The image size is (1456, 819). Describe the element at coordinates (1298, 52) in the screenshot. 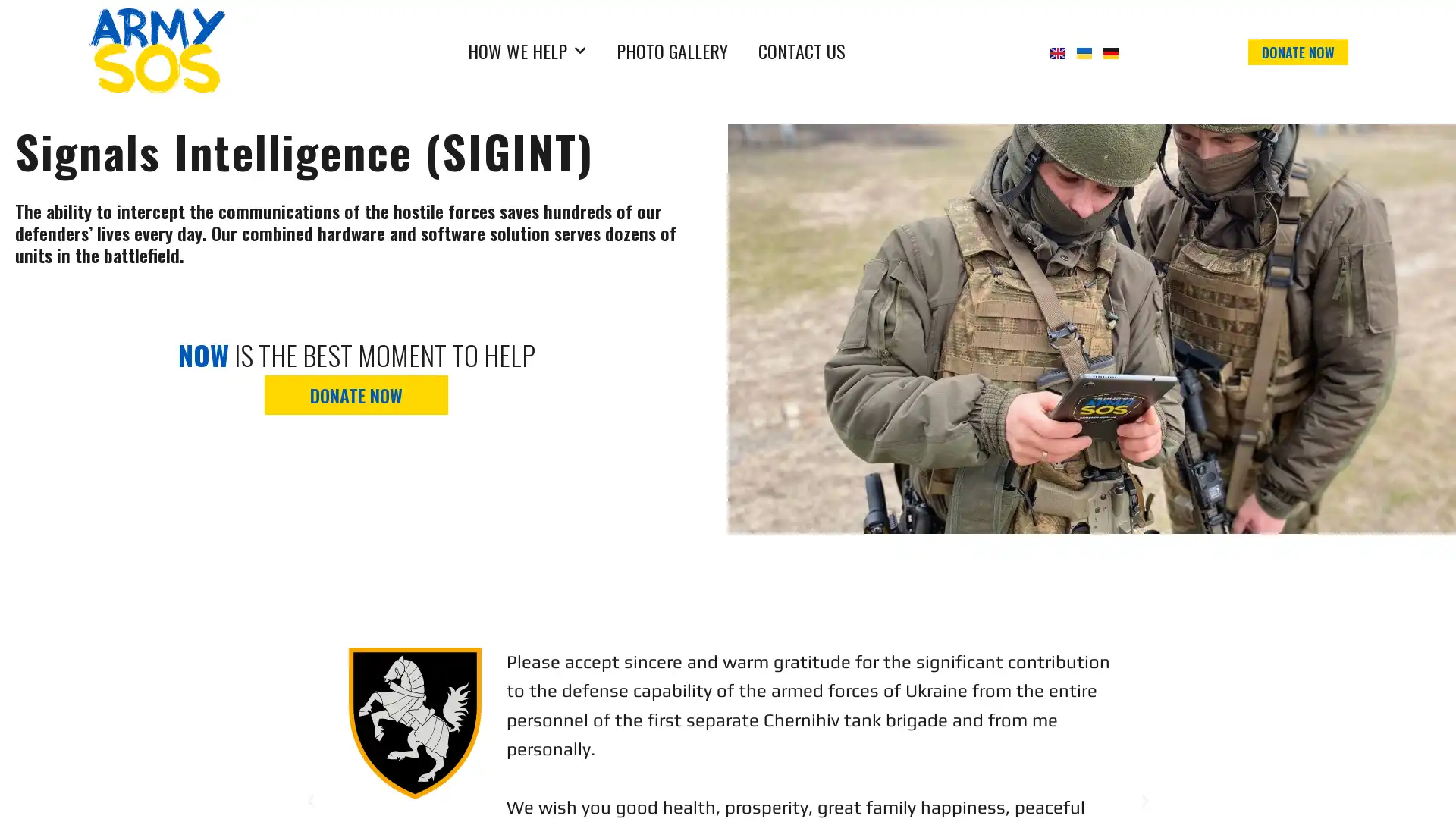

I see `DONATE NOW` at that location.